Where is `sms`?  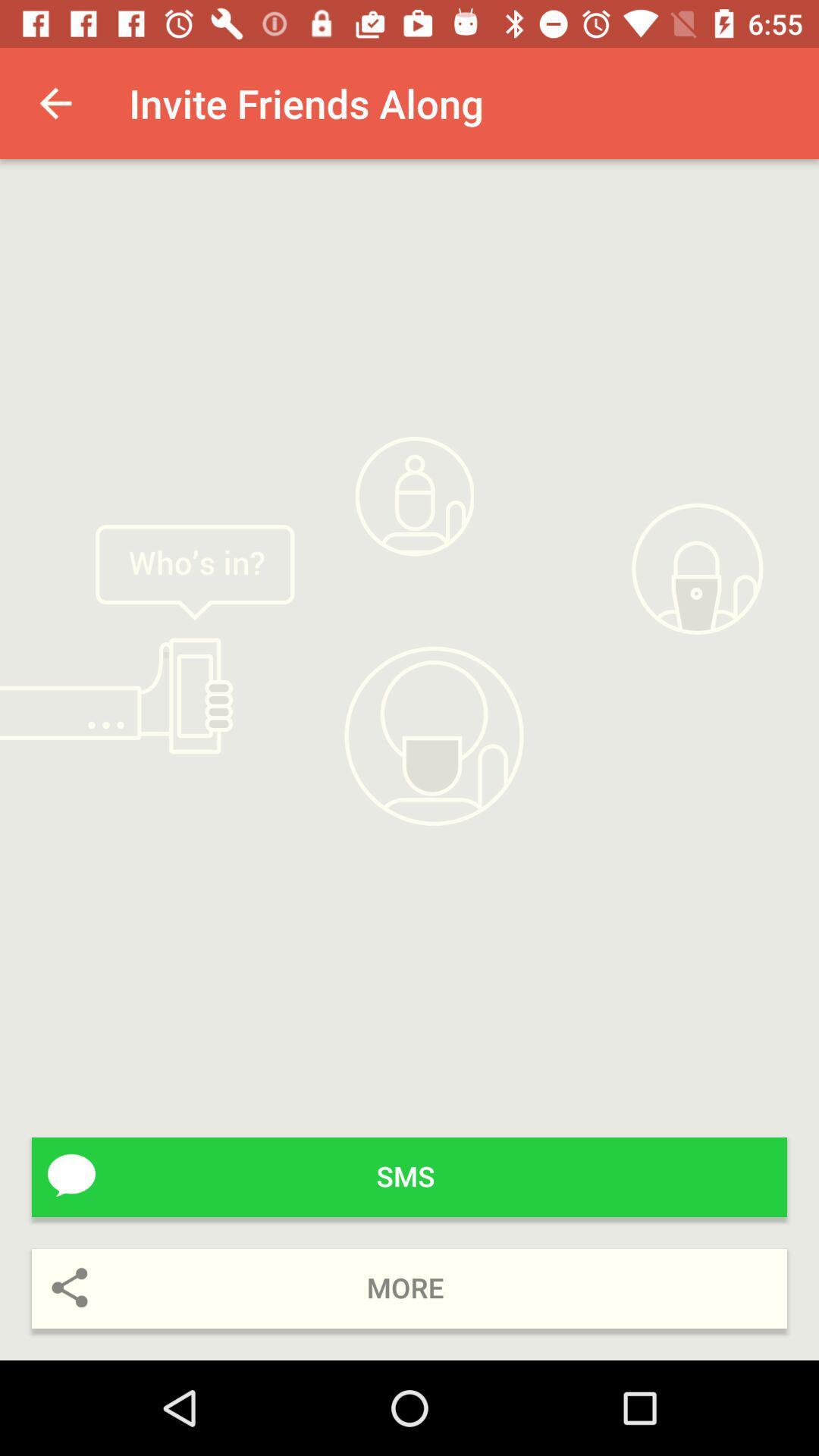
sms is located at coordinates (409, 1176).